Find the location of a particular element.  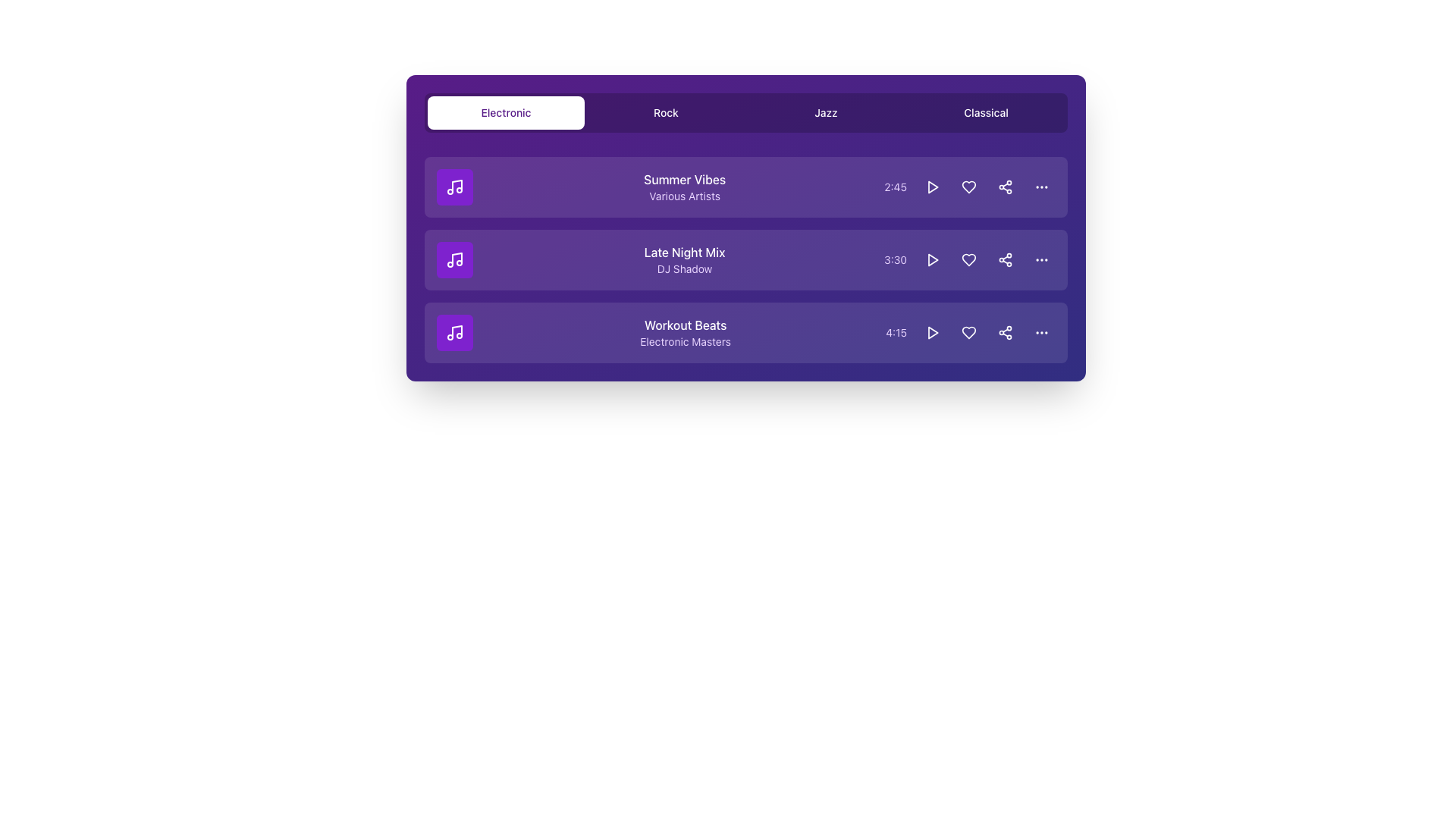

the Text Label that displays the duration of the track, located in the third column of the middle card, next to a rounded button and below 'Late Night Mix' is located at coordinates (895, 259).